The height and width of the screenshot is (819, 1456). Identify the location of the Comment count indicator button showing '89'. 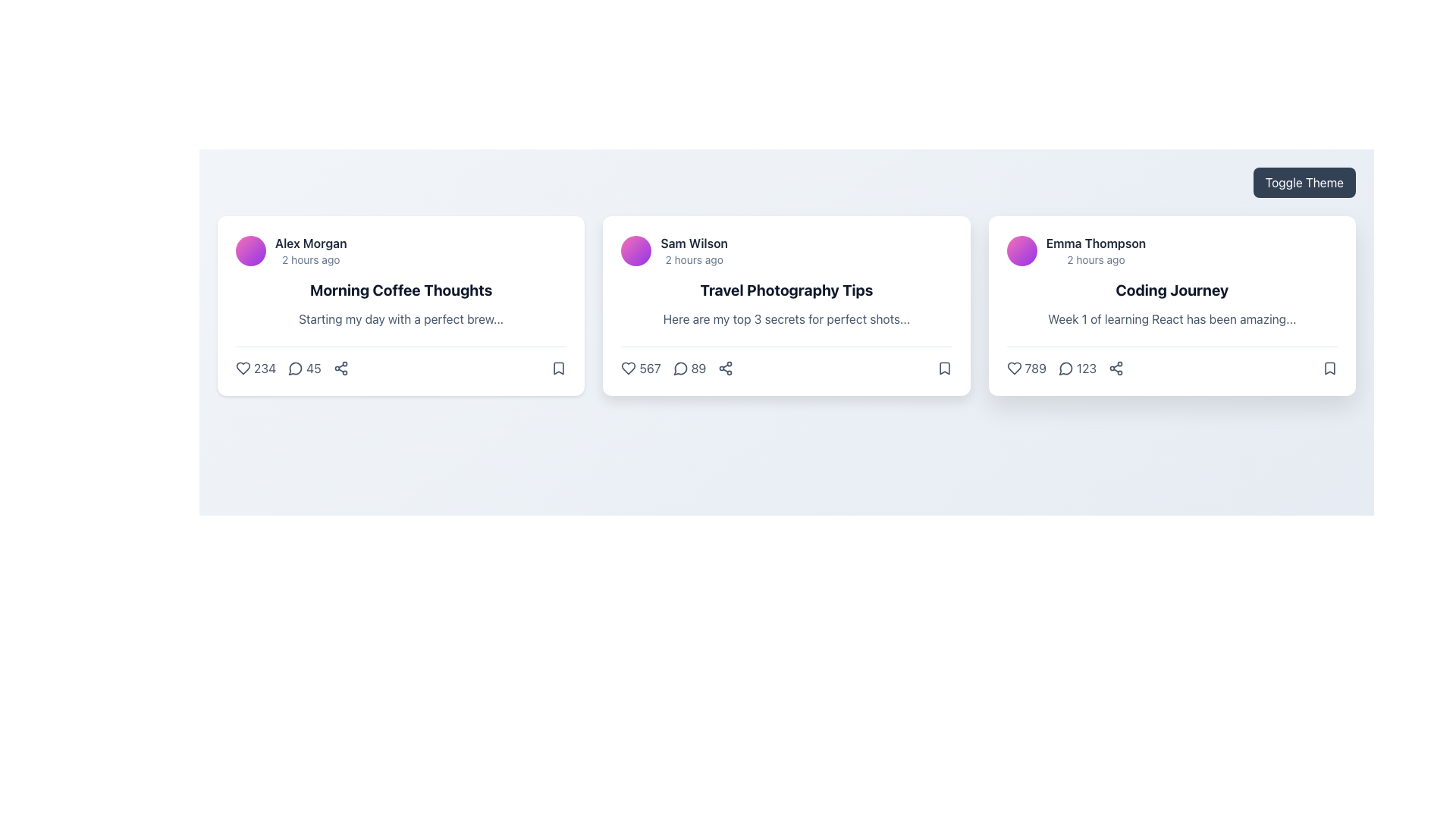
(689, 369).